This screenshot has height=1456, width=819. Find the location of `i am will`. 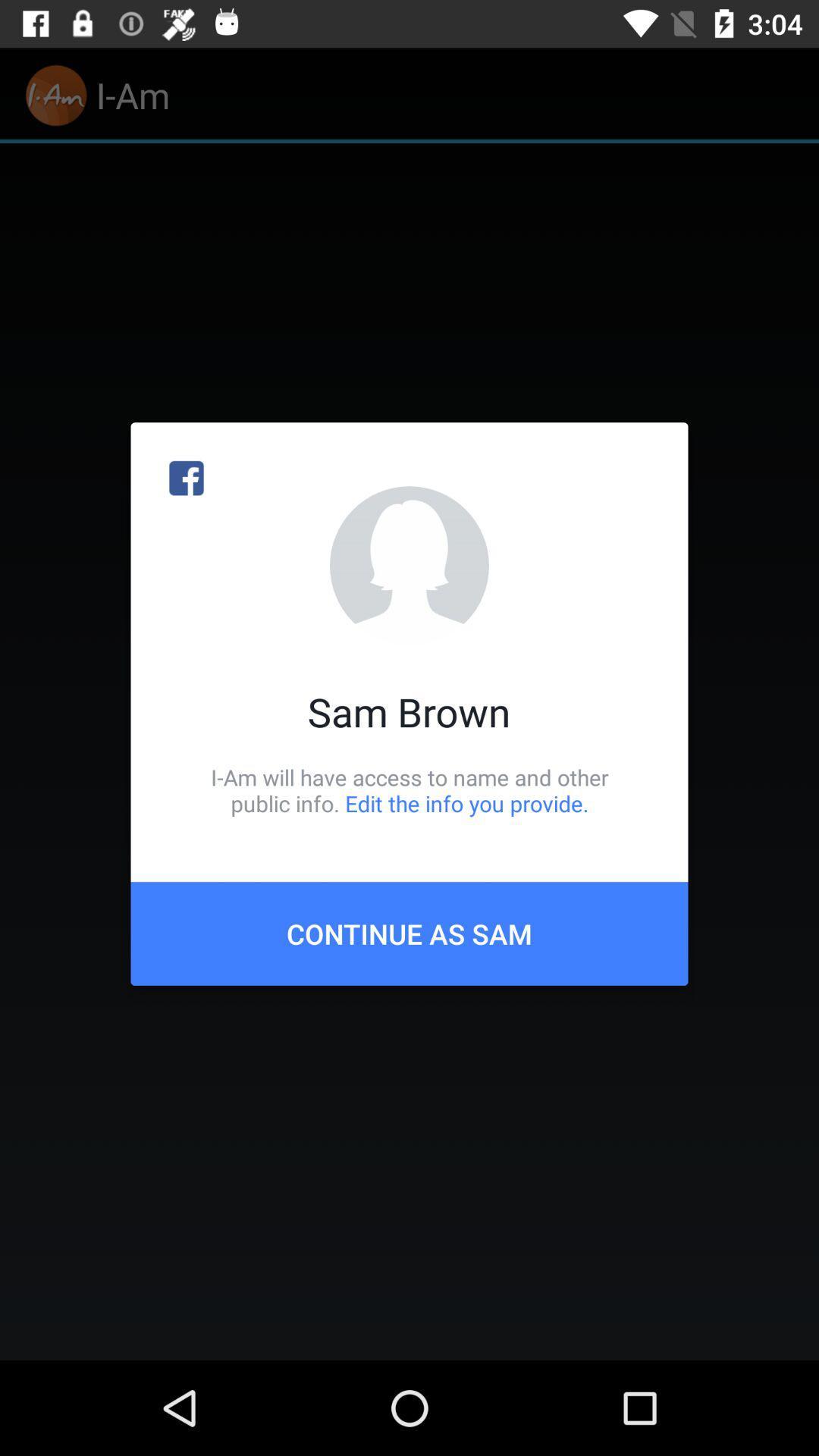

i am will is located at coordinates (409, 789).